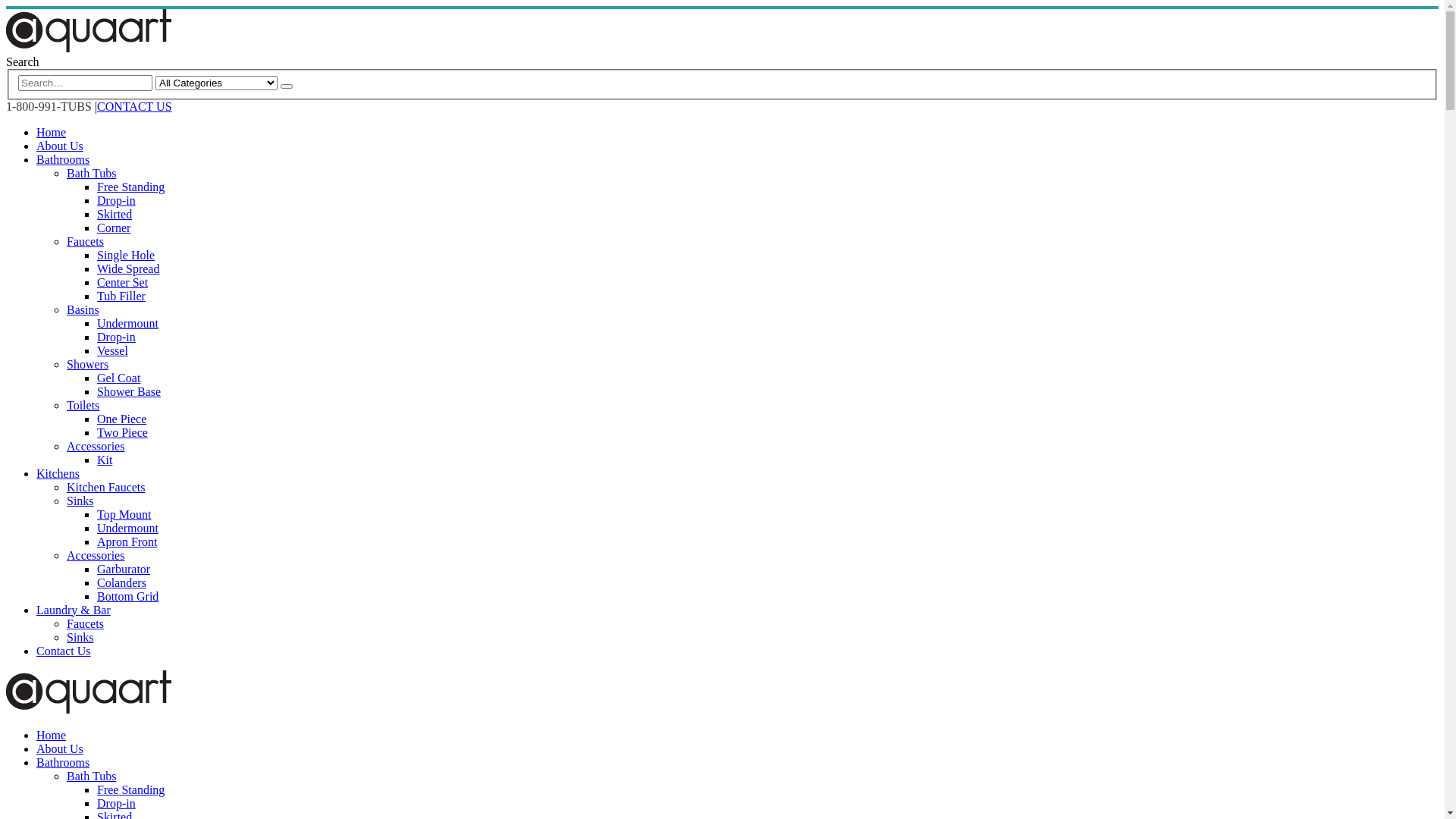 The width and height of the screenshot is (1456, 819). Describe the element at coordinates (122, 432) in the screenshot. I see `'Two Piece'` at that location.